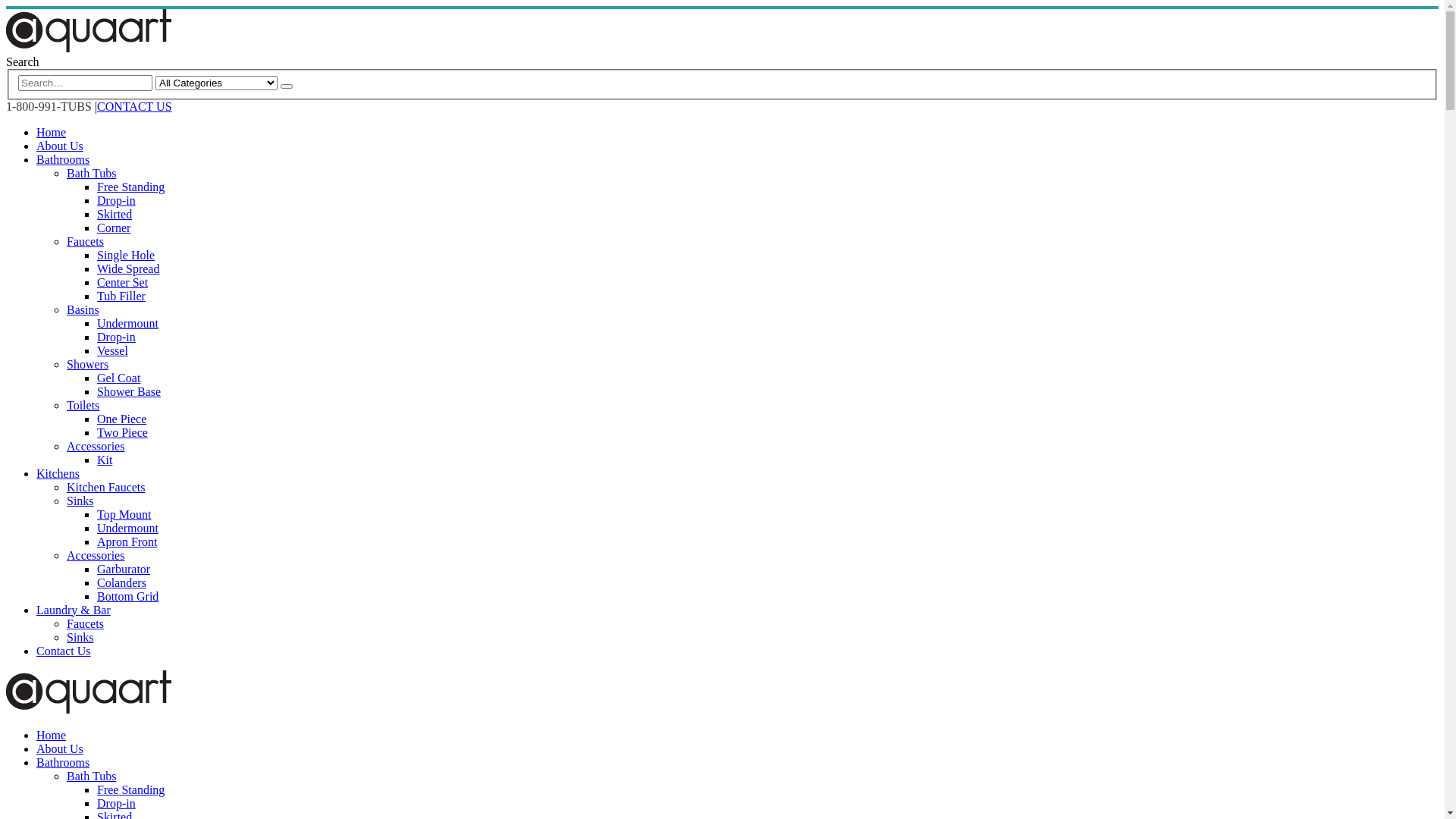 The width and height of the screenshot is (1456, 819). Describe the element at coordinates (122, 432) in the screenshot. I see `'Two Piece'` at that location.